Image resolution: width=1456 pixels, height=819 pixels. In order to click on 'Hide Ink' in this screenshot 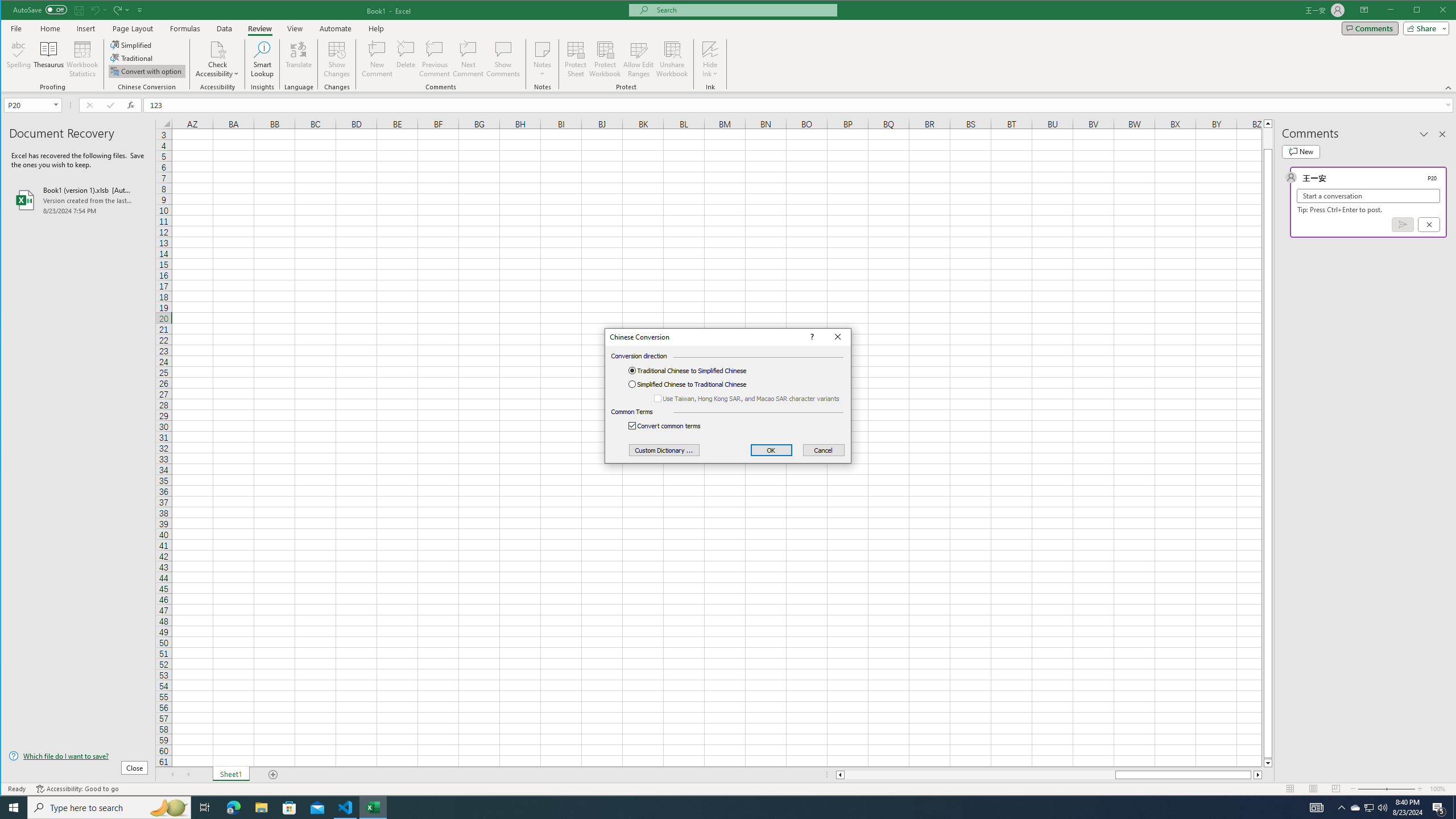, I will do `click(710, 59)`.